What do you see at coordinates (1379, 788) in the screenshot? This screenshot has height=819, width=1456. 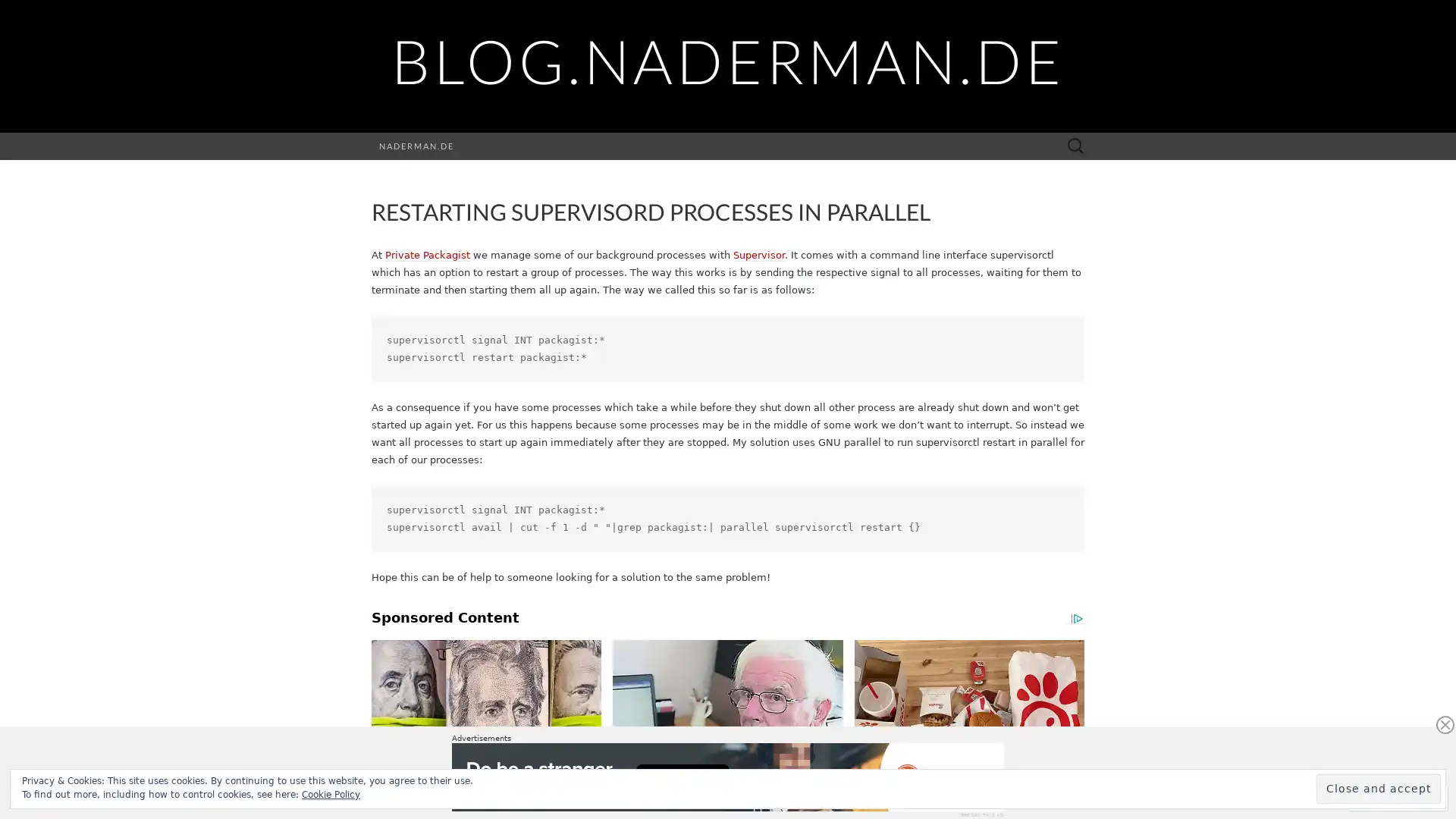 I see `Close and accept` at bounding box center [1379, 788].